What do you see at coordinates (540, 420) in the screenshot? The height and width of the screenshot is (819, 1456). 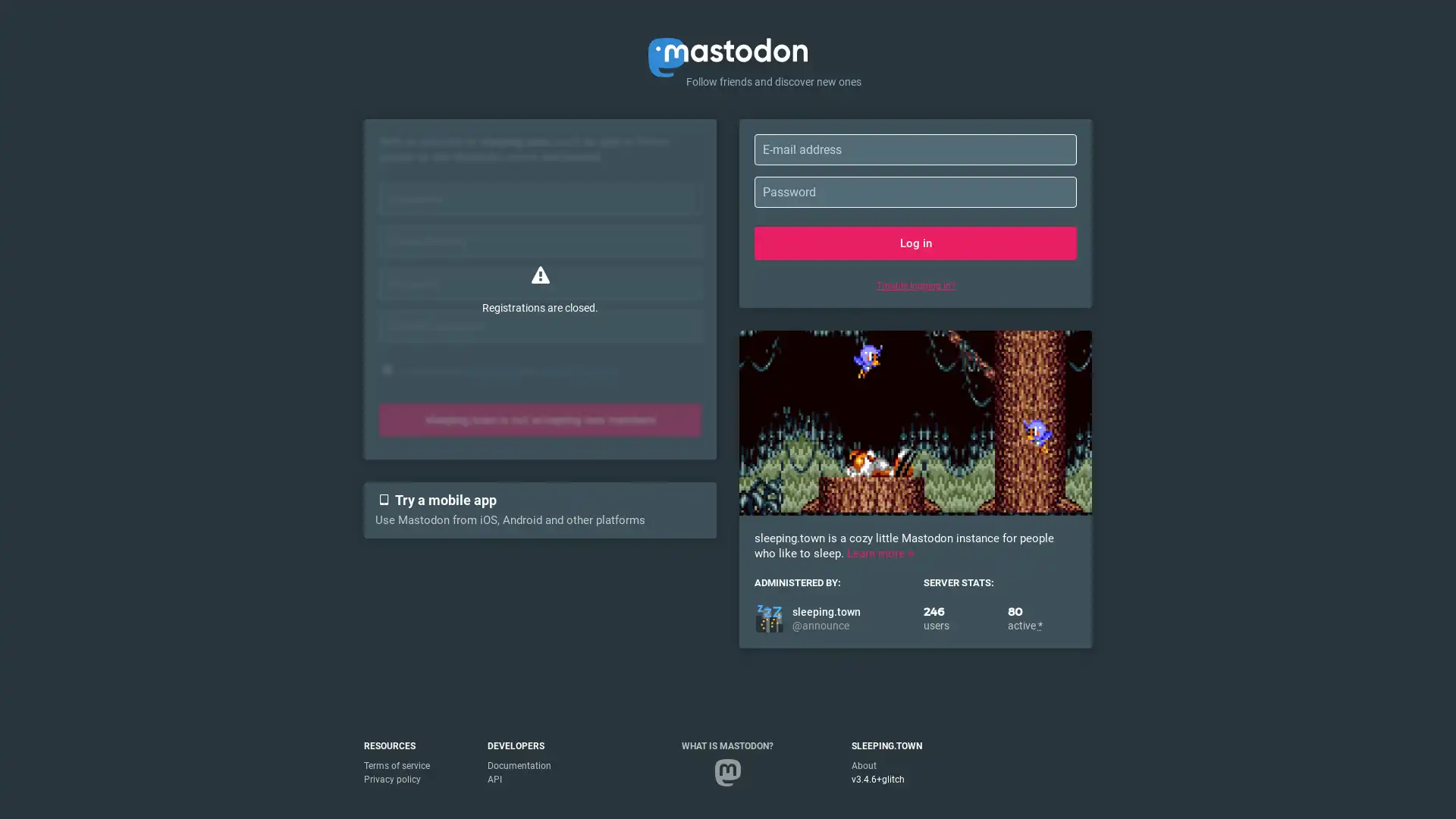 I see `sleeping.town is not accepting new members` at bounding box center [540, 420].